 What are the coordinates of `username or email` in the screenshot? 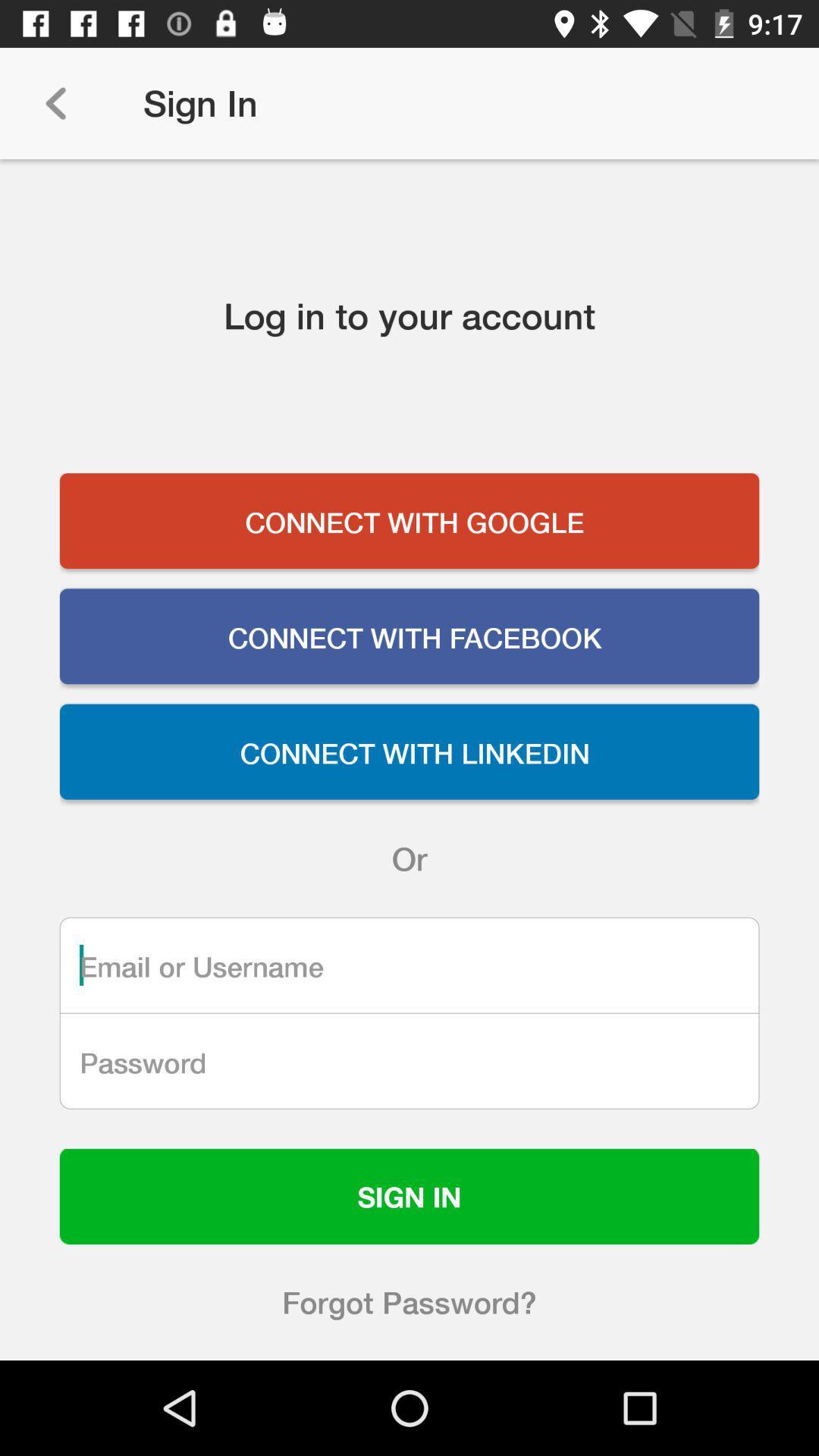 It's located at (409, 964).